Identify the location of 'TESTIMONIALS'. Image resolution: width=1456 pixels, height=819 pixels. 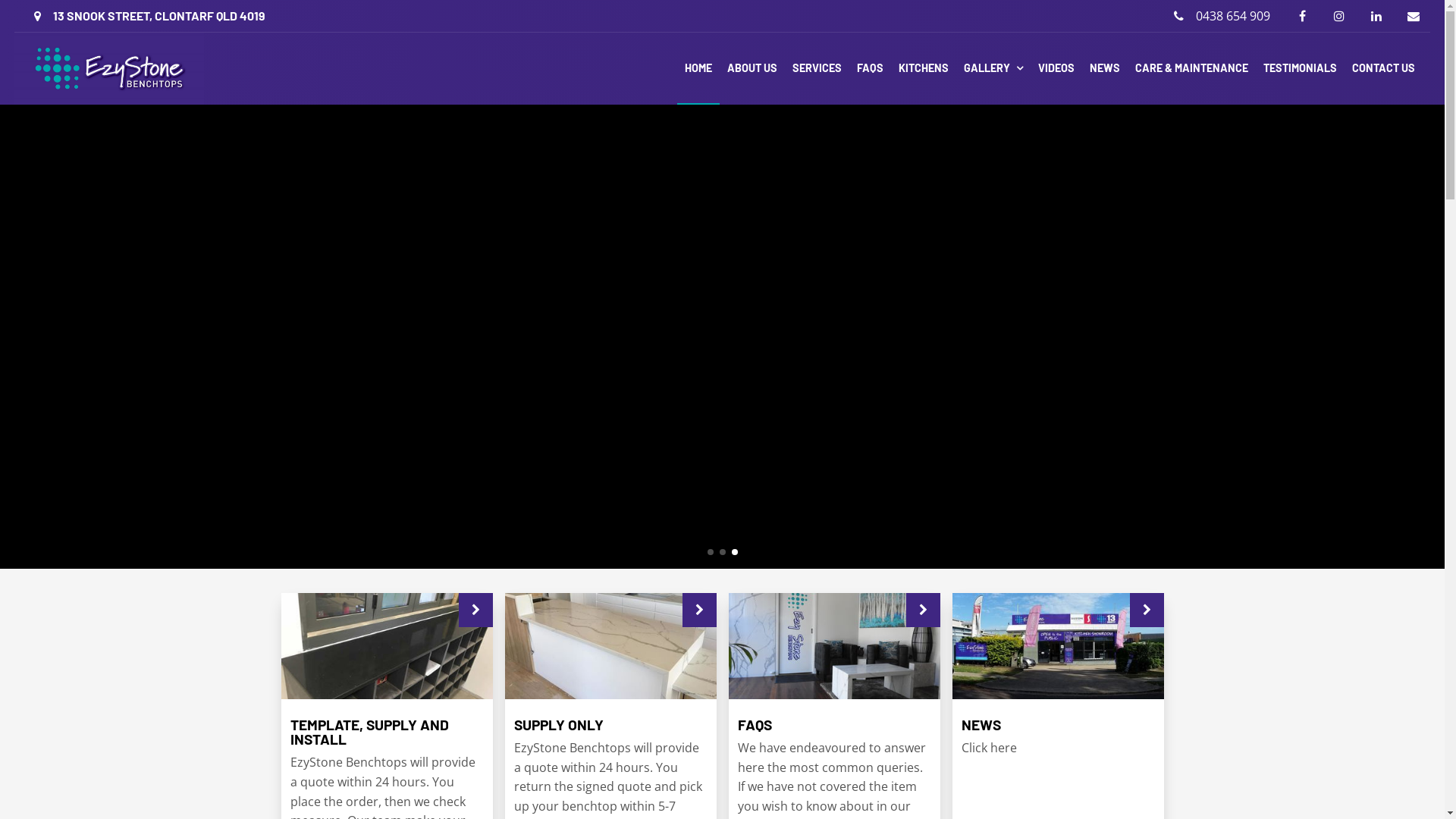
(1299, 68).